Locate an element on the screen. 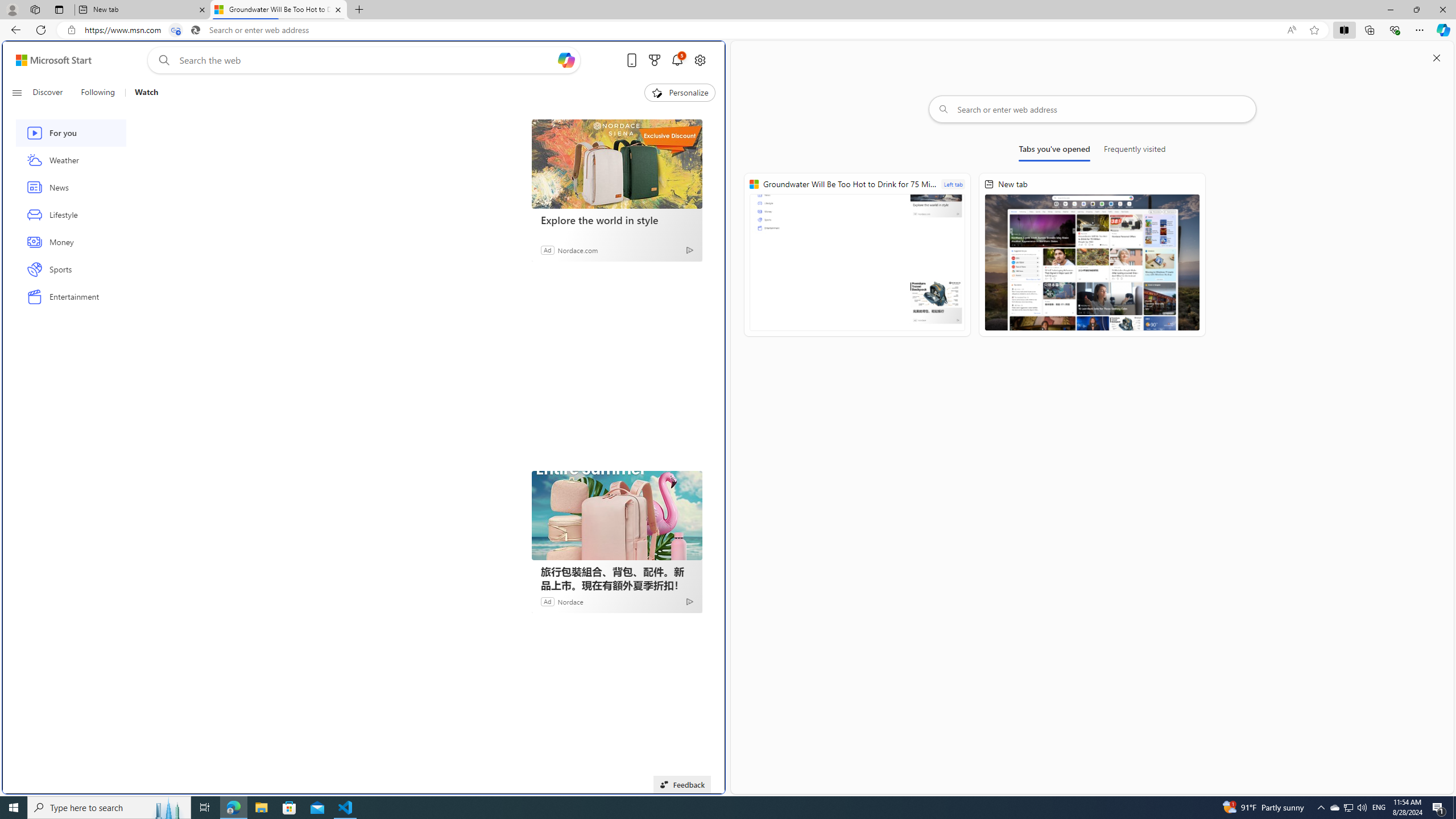 The width and height of the screenshot is (1456, 819). 'Open navigation menu' is located at coordinates (16, 92).